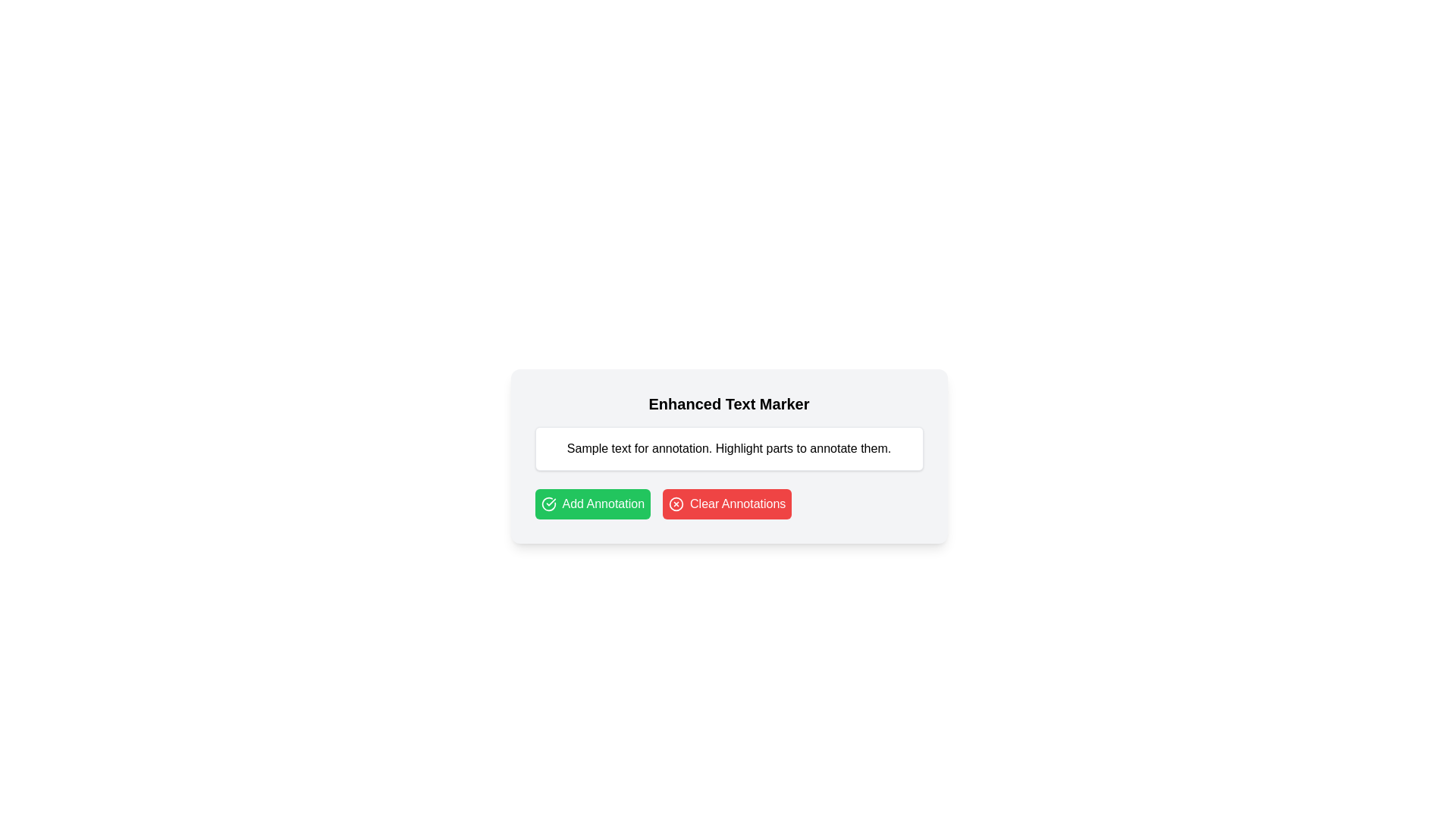 The height and width of the screenshot is (819, 1456). I want to click on the whitespace element located between the characters 'r' and 'a' in the phrase 'for annotation' within the text 'Sample text for annotation. Highlight parts to annotate them.', so click(650, 447).